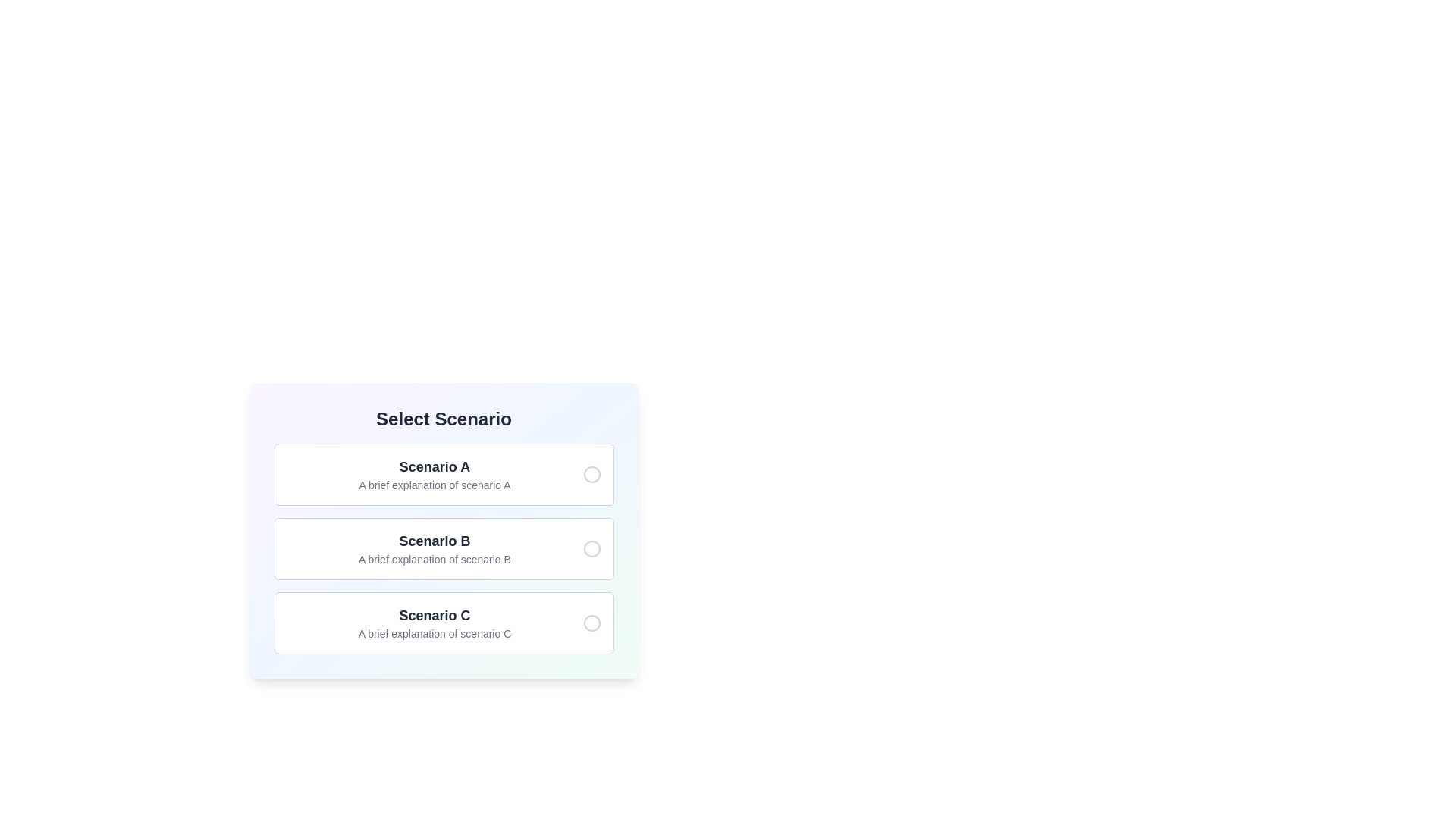  What do you see at coordinates (443, 473) in the screenshot?
I see `the selectable option labeled 'Scenario A'` at bounding box center [443, 473].